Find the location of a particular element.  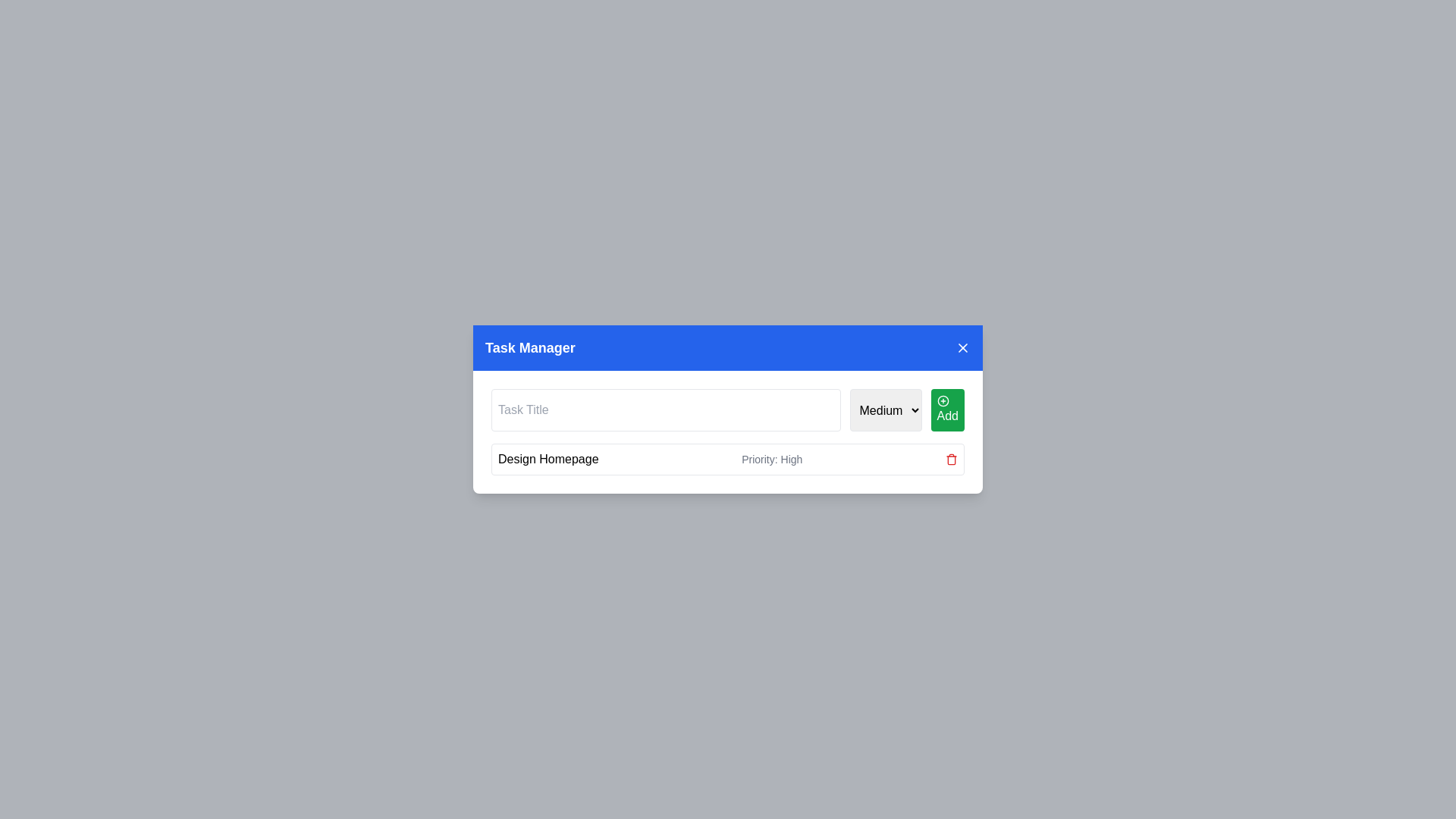

an option from the dropdown menu to change the priority level for the task is located at coordinates (885, 409).